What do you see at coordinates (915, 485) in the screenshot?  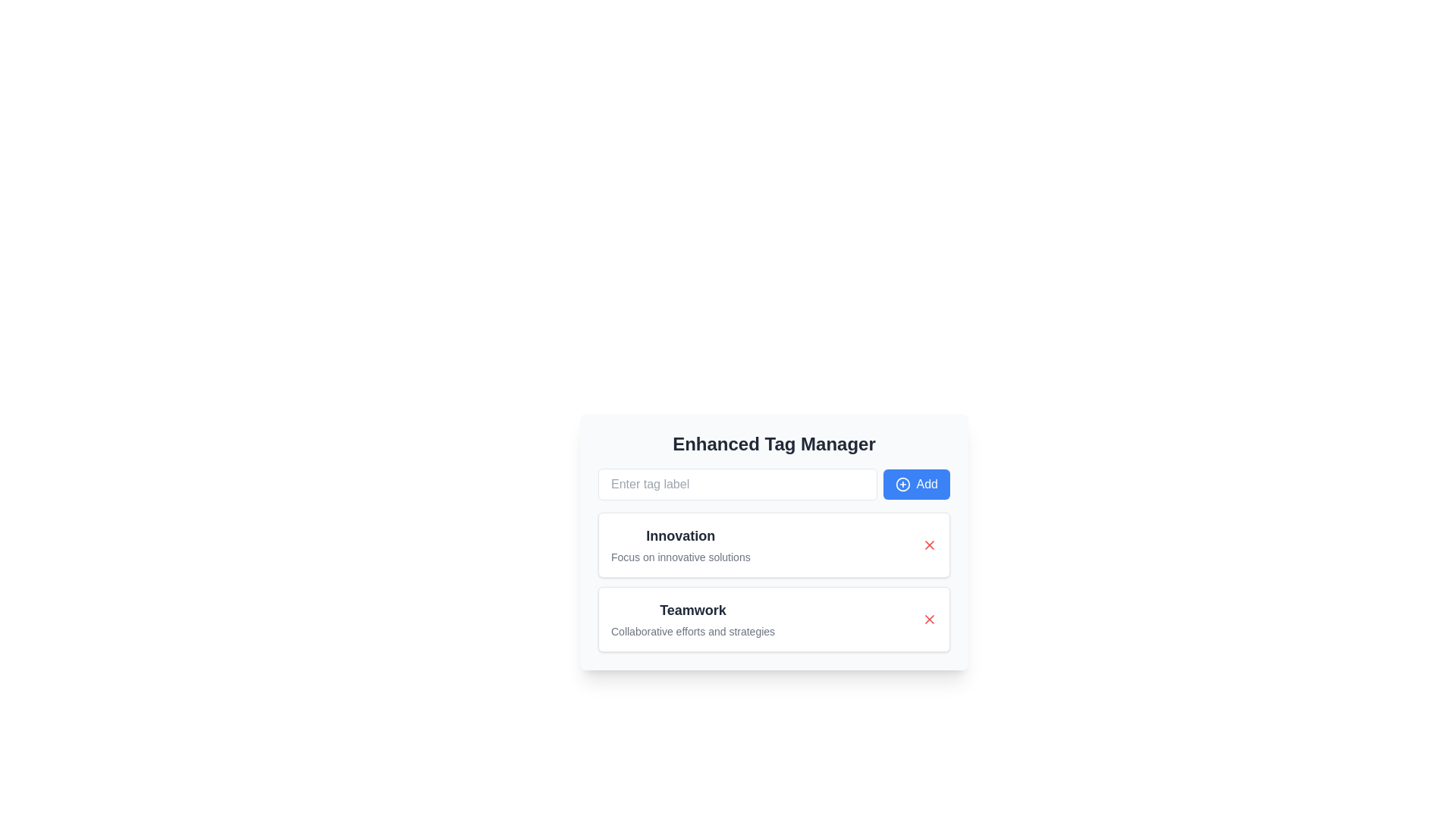 I see `the blue 'Add' button with a plus icon` at bounding box center [915, 485].